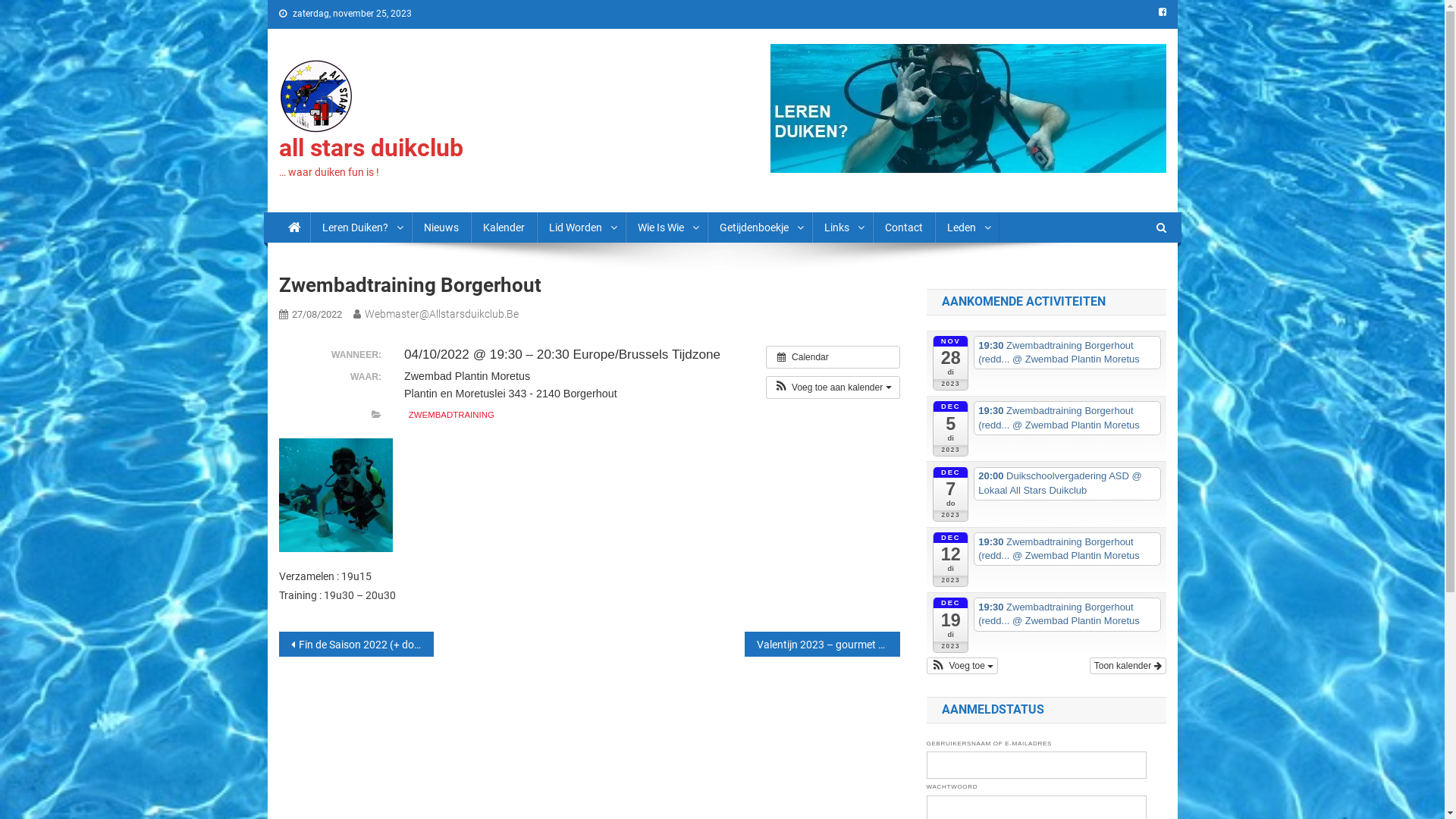 The image size is (1456, 819). Describe the element at coordinates (949, 625) in the screenshot. I see `'DEC` at that location.